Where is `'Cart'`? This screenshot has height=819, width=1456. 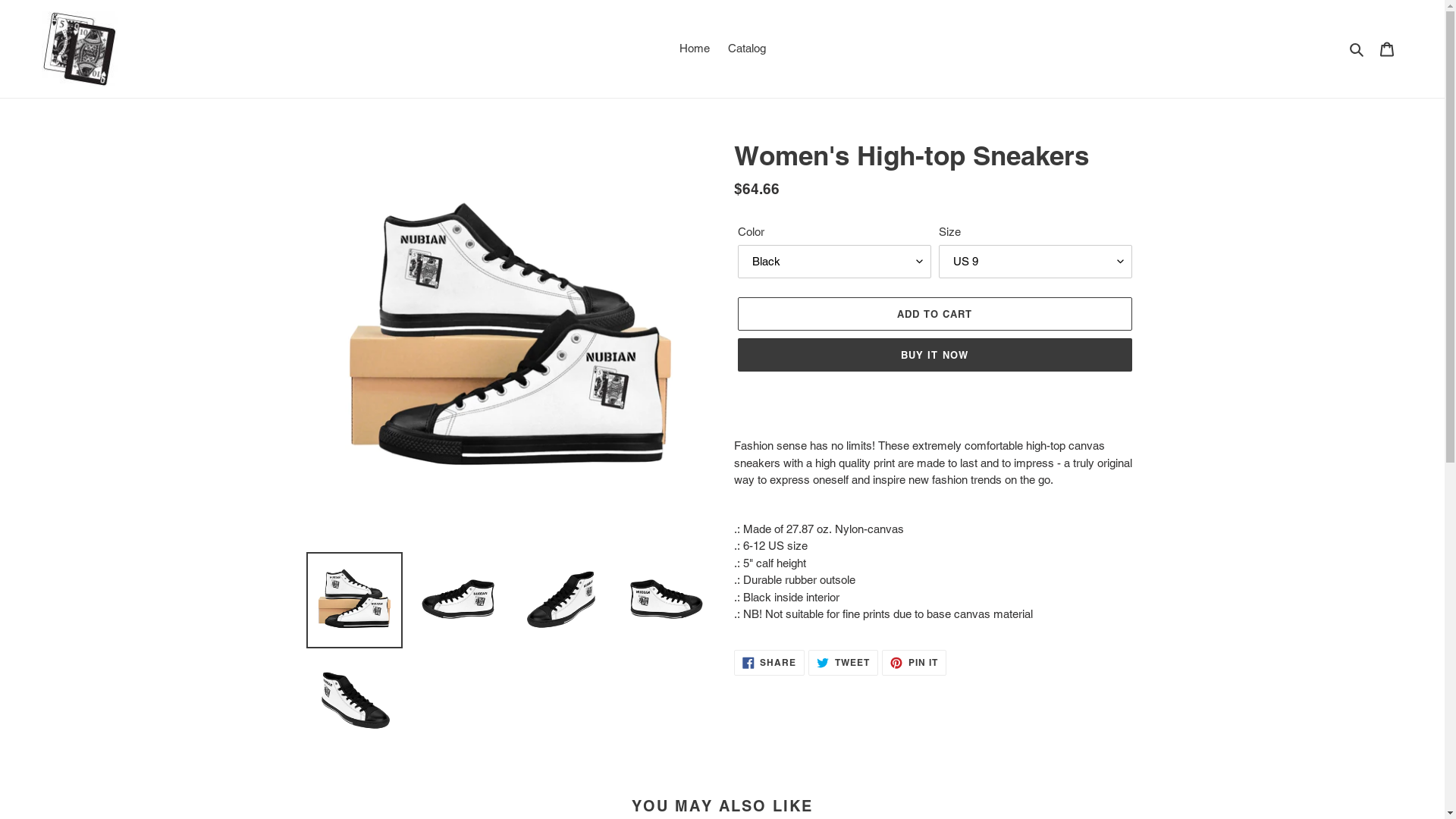
'Cart' is located at coordinates (1386, 48).